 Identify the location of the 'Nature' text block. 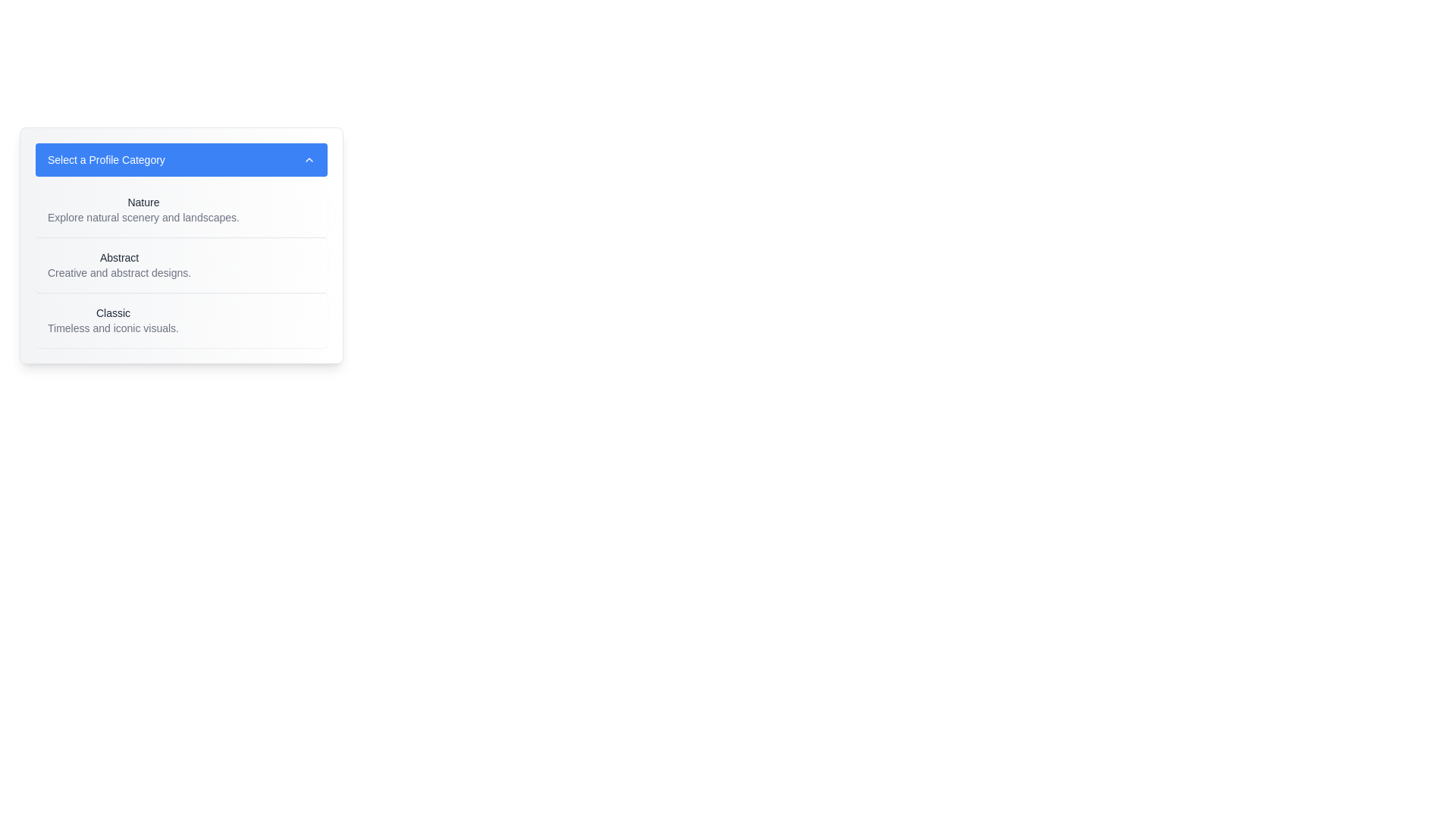
(143, 210).